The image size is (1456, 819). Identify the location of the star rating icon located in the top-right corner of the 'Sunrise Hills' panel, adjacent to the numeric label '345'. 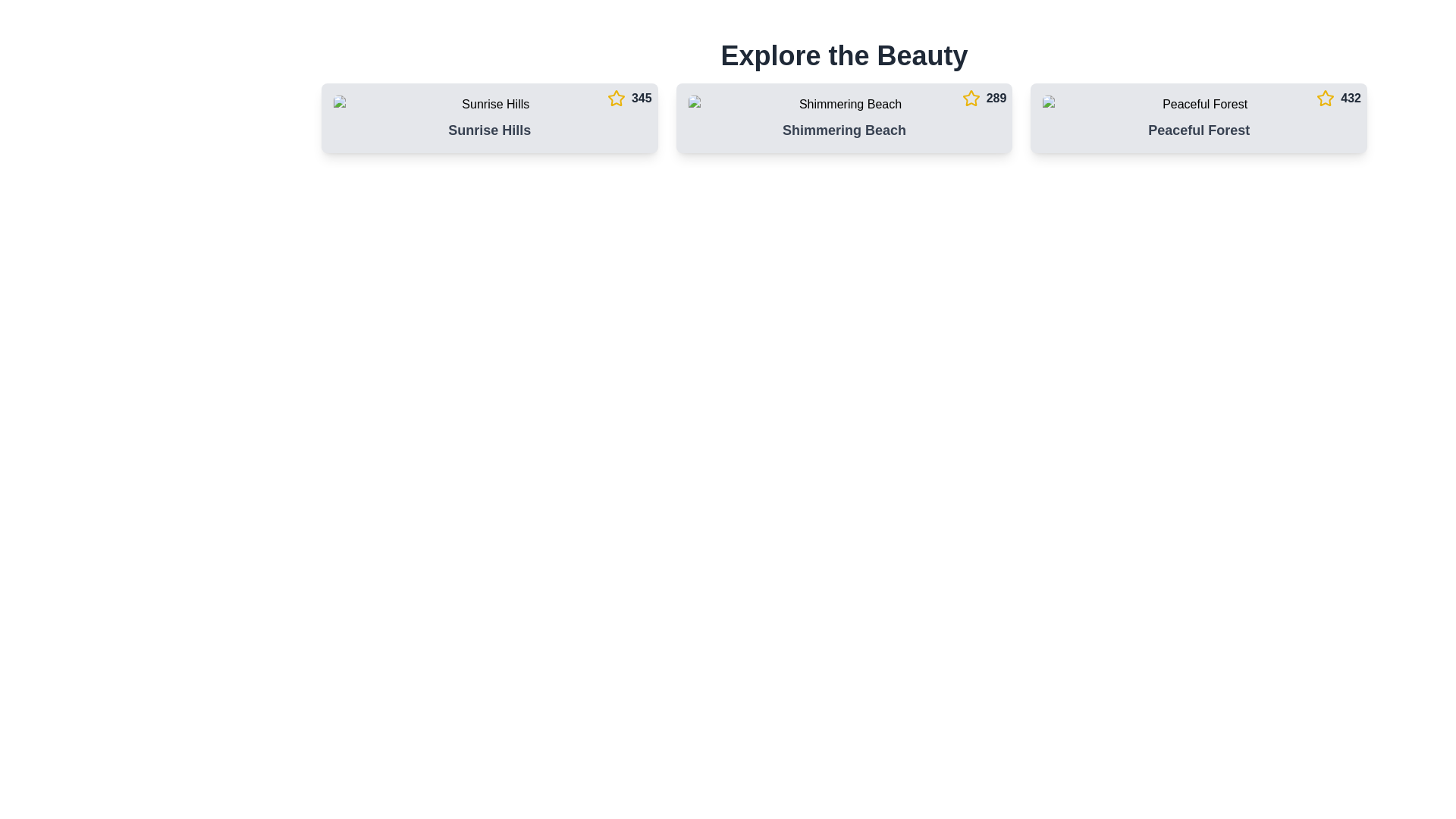
(616, 99).